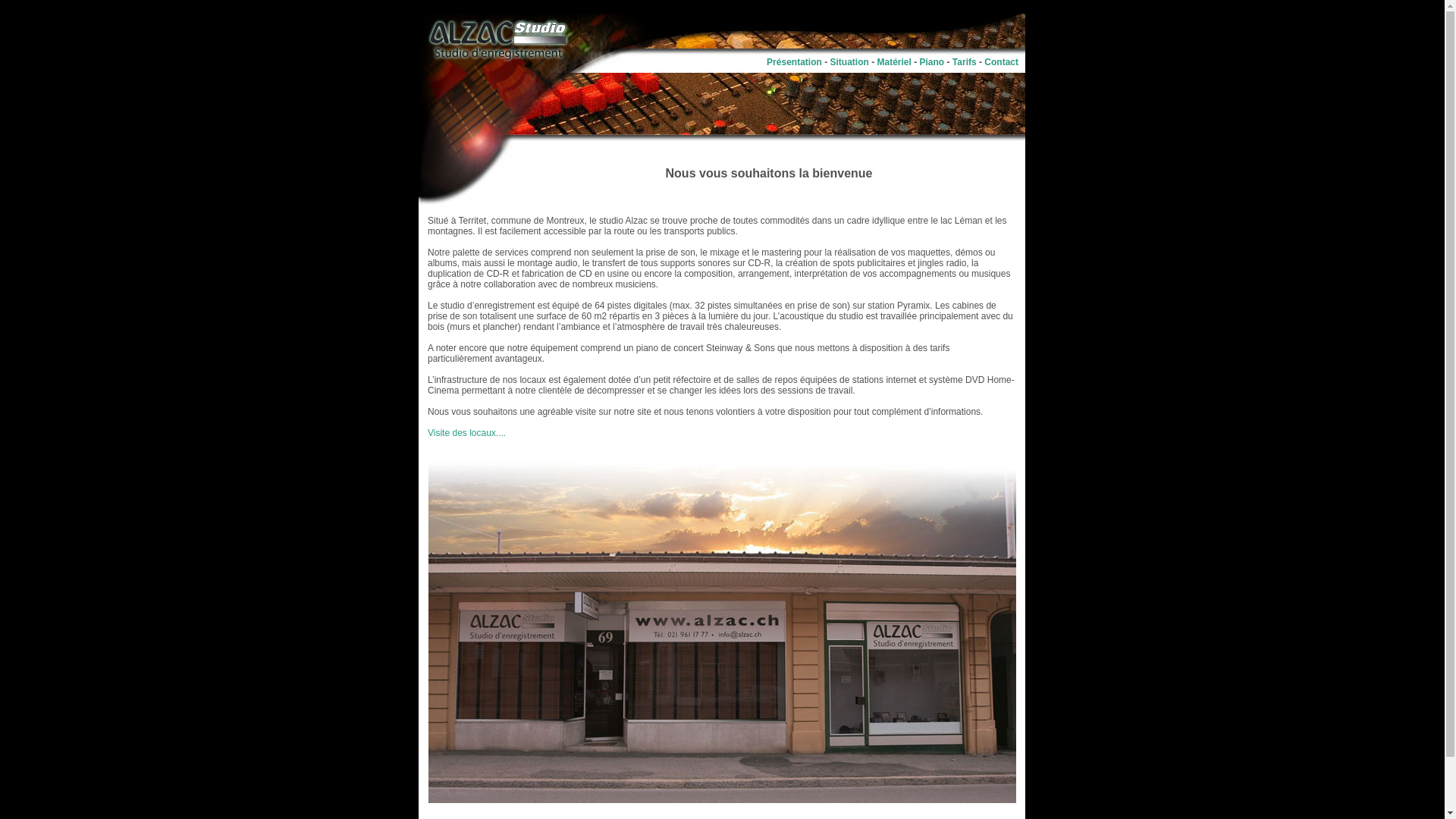 The height and width of the screenshot is (819, 1456). What do you see at coordinates (984, 61) in the screenshot?
I see `'Contact'` at bounding box center [984, 61].